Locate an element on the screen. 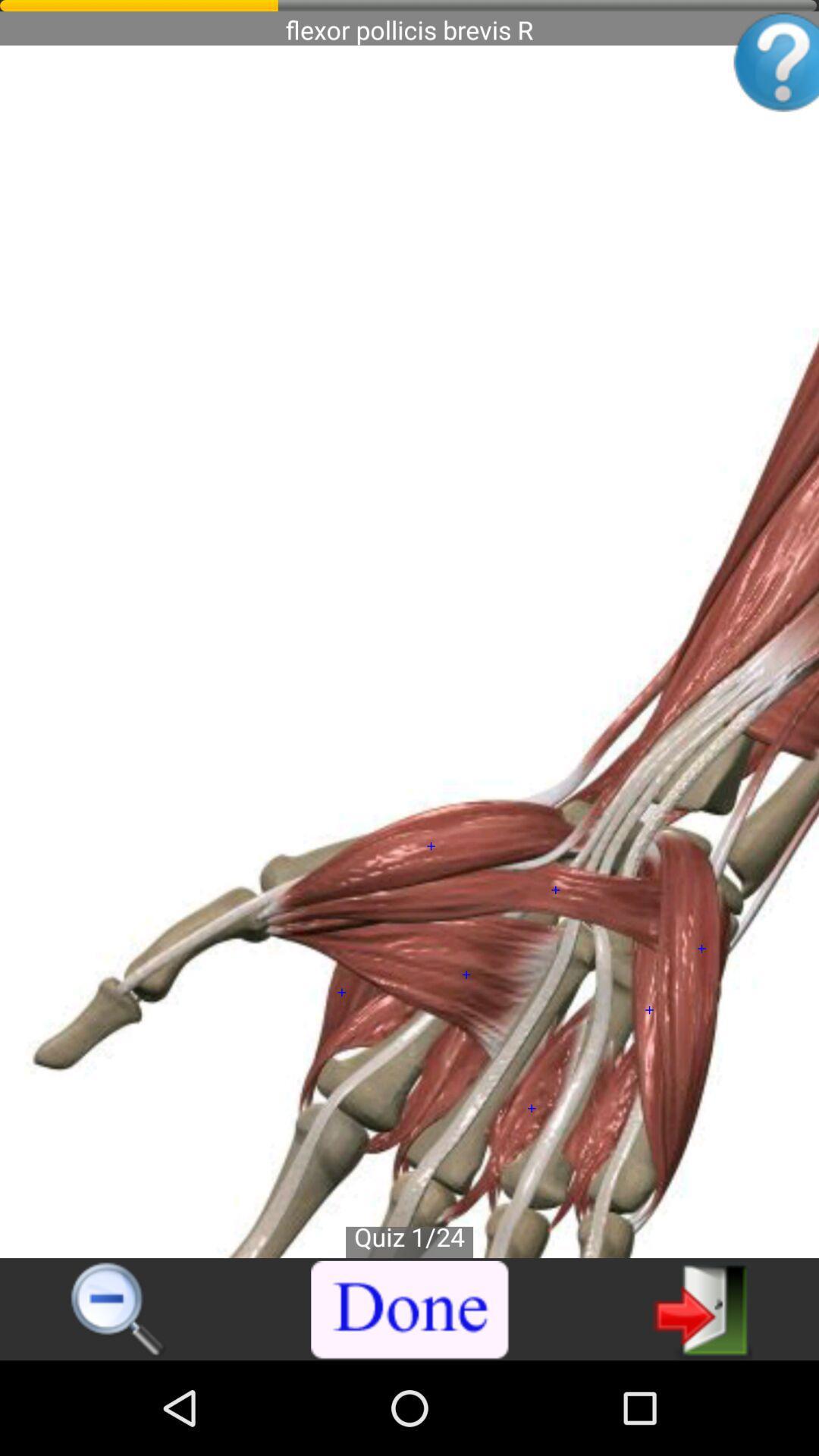 This screenshot has width=819, height=1456. next image is located at coordinates (702, 1308).